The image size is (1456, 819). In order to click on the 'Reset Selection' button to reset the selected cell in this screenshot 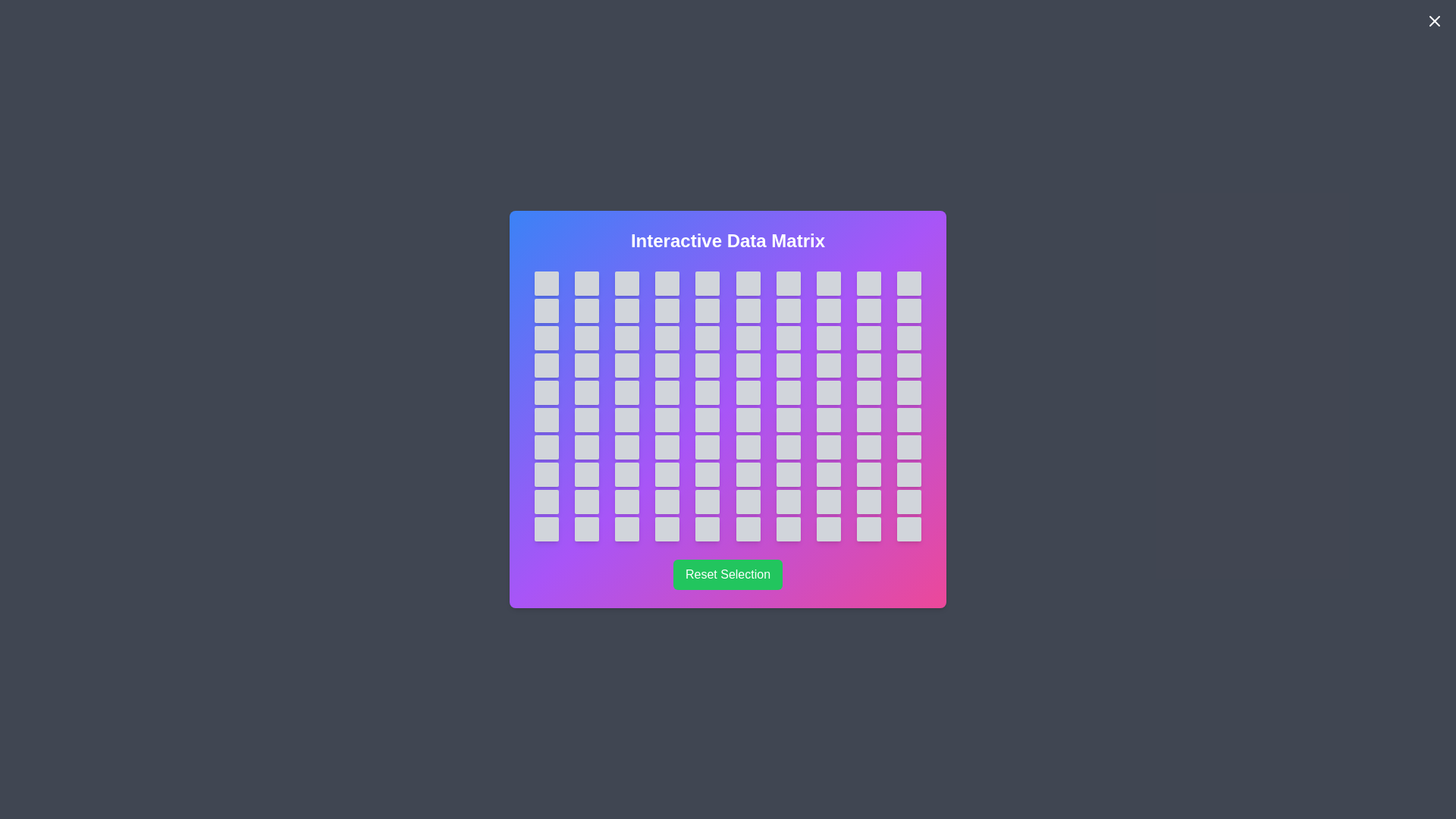, I will do `click(728, 575)`.